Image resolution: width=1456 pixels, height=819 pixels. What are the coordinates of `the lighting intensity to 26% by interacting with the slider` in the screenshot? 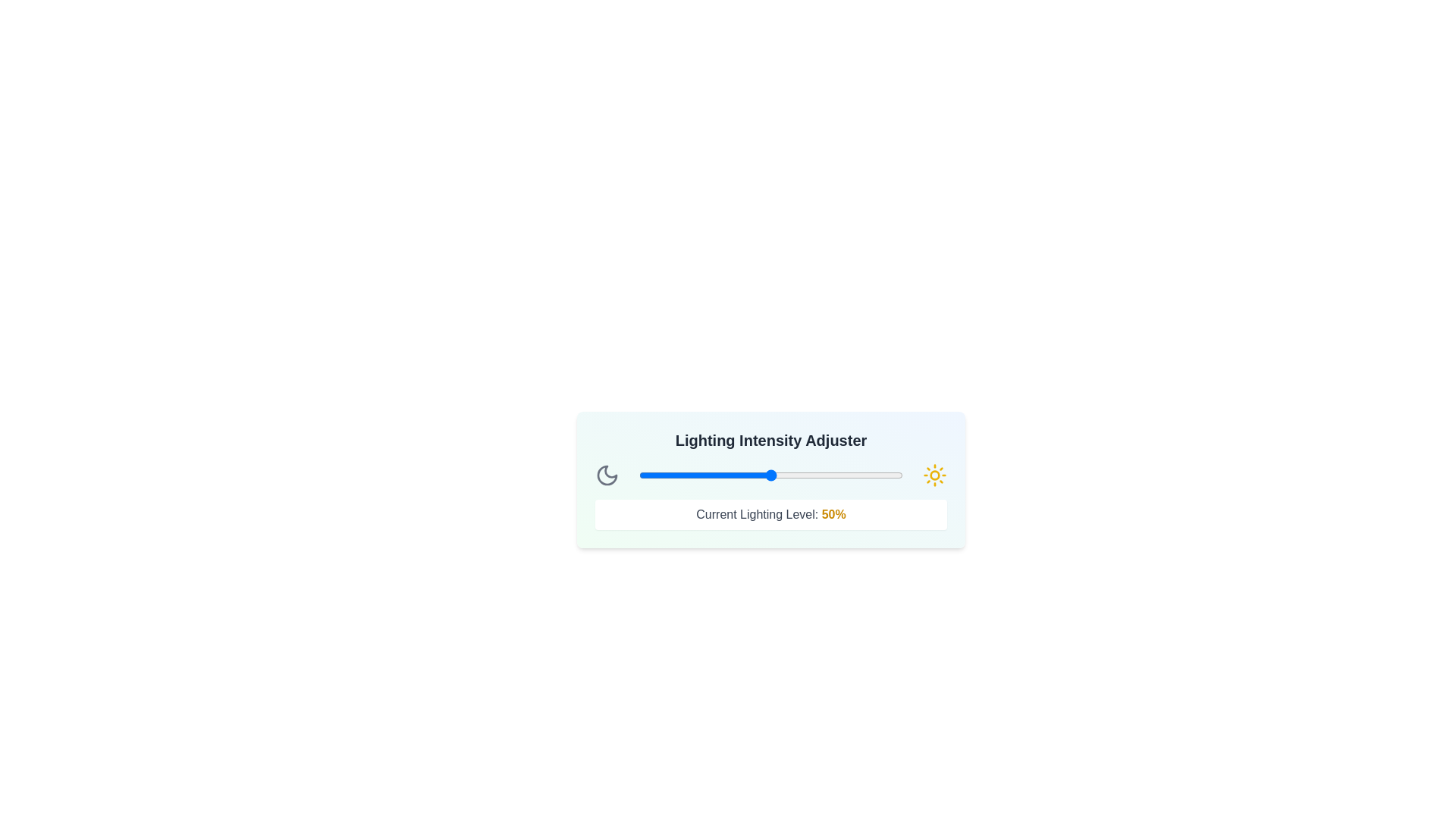 It's located at (707, 475).